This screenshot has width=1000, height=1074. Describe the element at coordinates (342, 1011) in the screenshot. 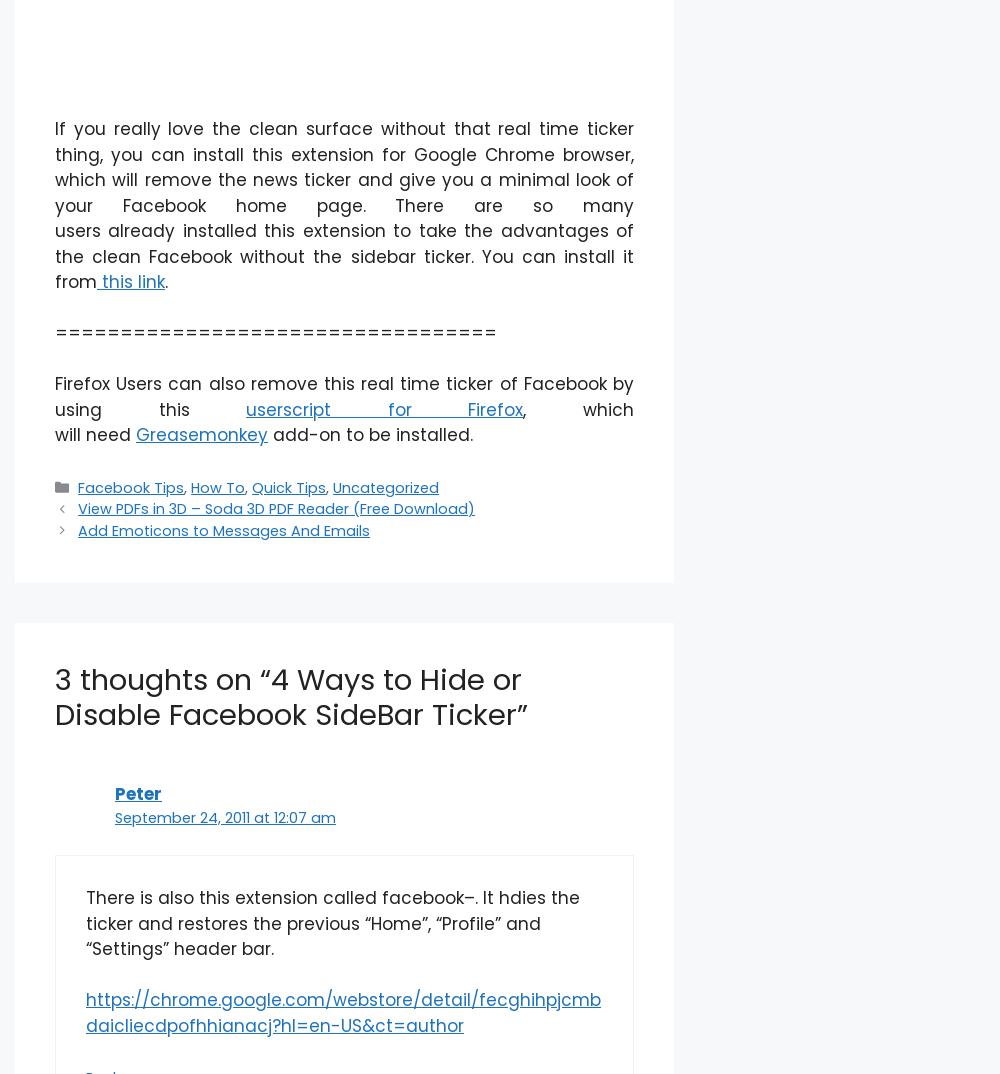

I see `'https://chrome.google.com/webstore/detail/fecghihpjcmbdaicliecdpofhhianacj?hl=en-US&ct=author'` at that location.